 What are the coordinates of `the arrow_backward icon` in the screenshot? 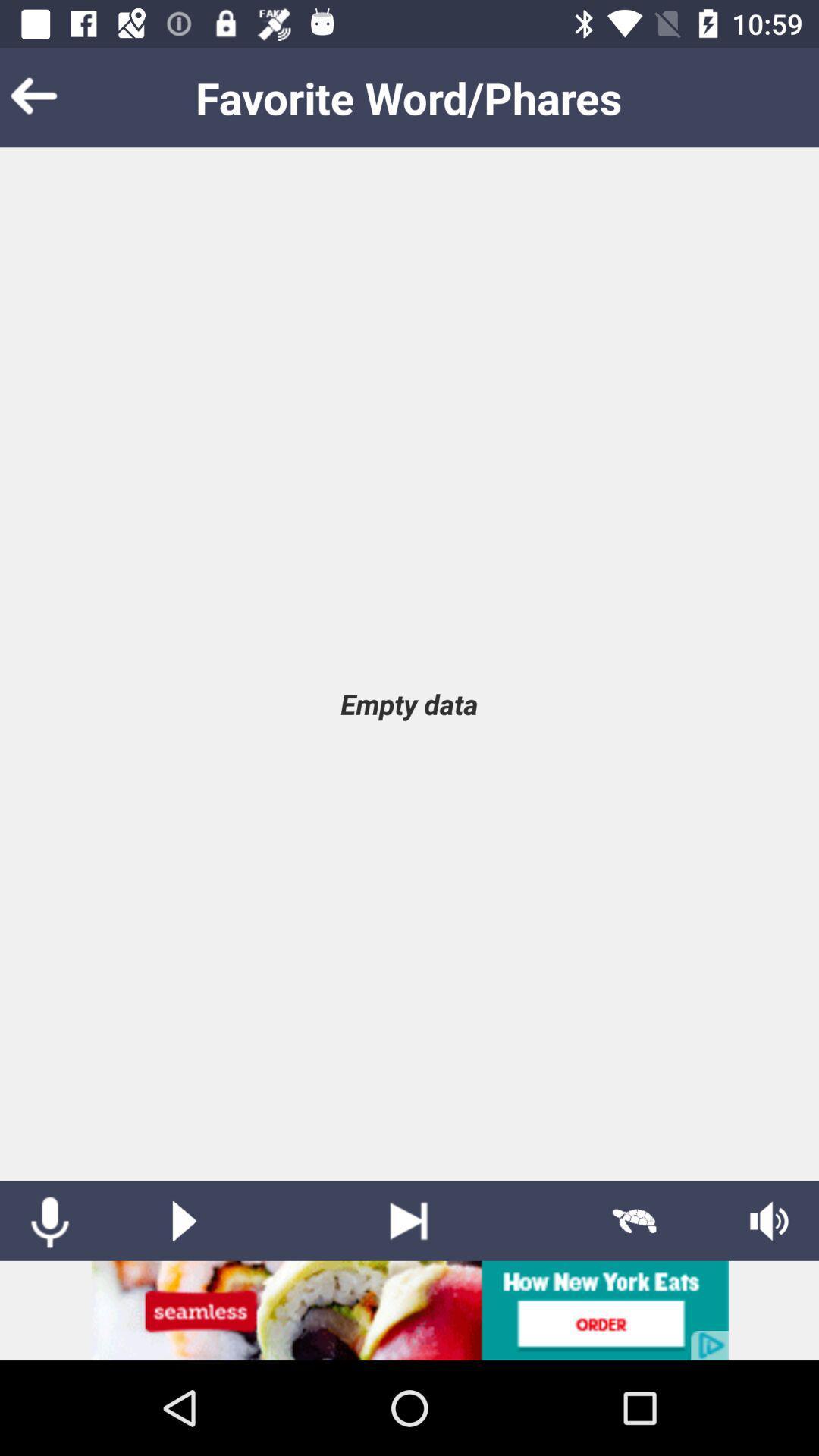 It's located at (56, 96).